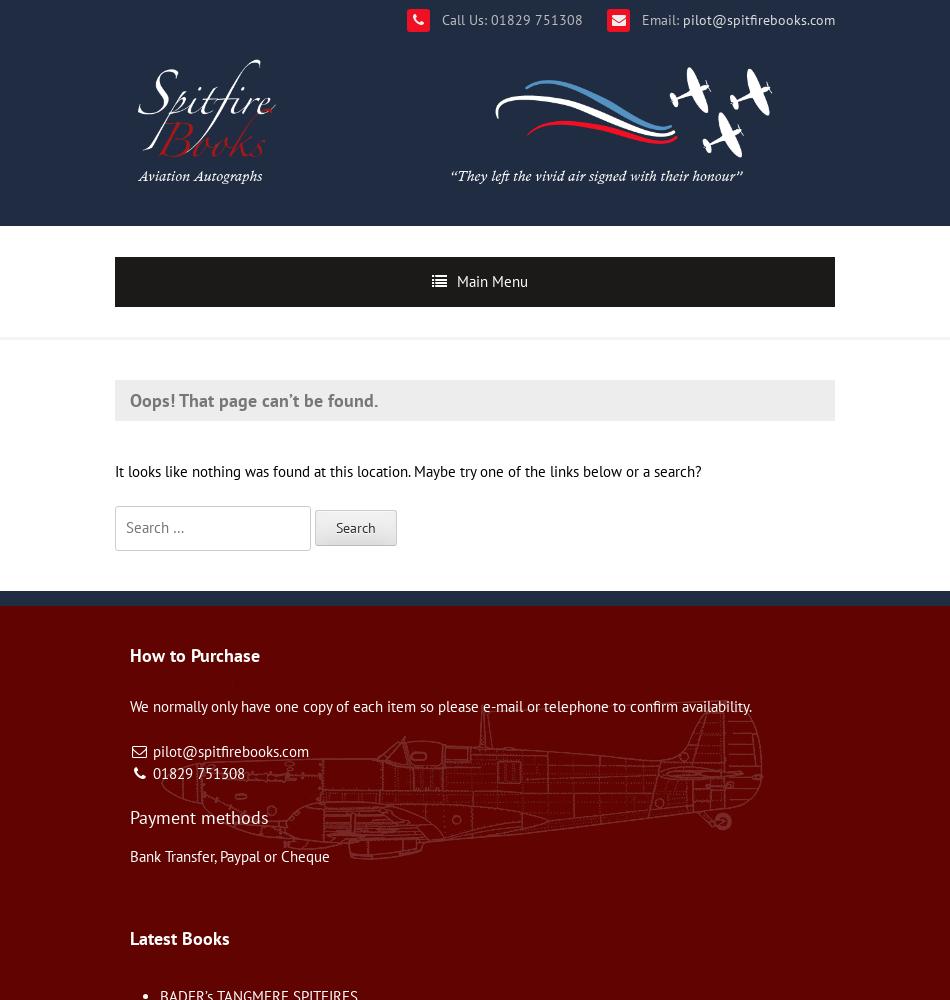 Image resolution: width=950 pixels, height=1000 pixels. I want to click on 'We normally only have one copy of each item so please e-mail or telephone to confirm availability.', so click(439, 704).